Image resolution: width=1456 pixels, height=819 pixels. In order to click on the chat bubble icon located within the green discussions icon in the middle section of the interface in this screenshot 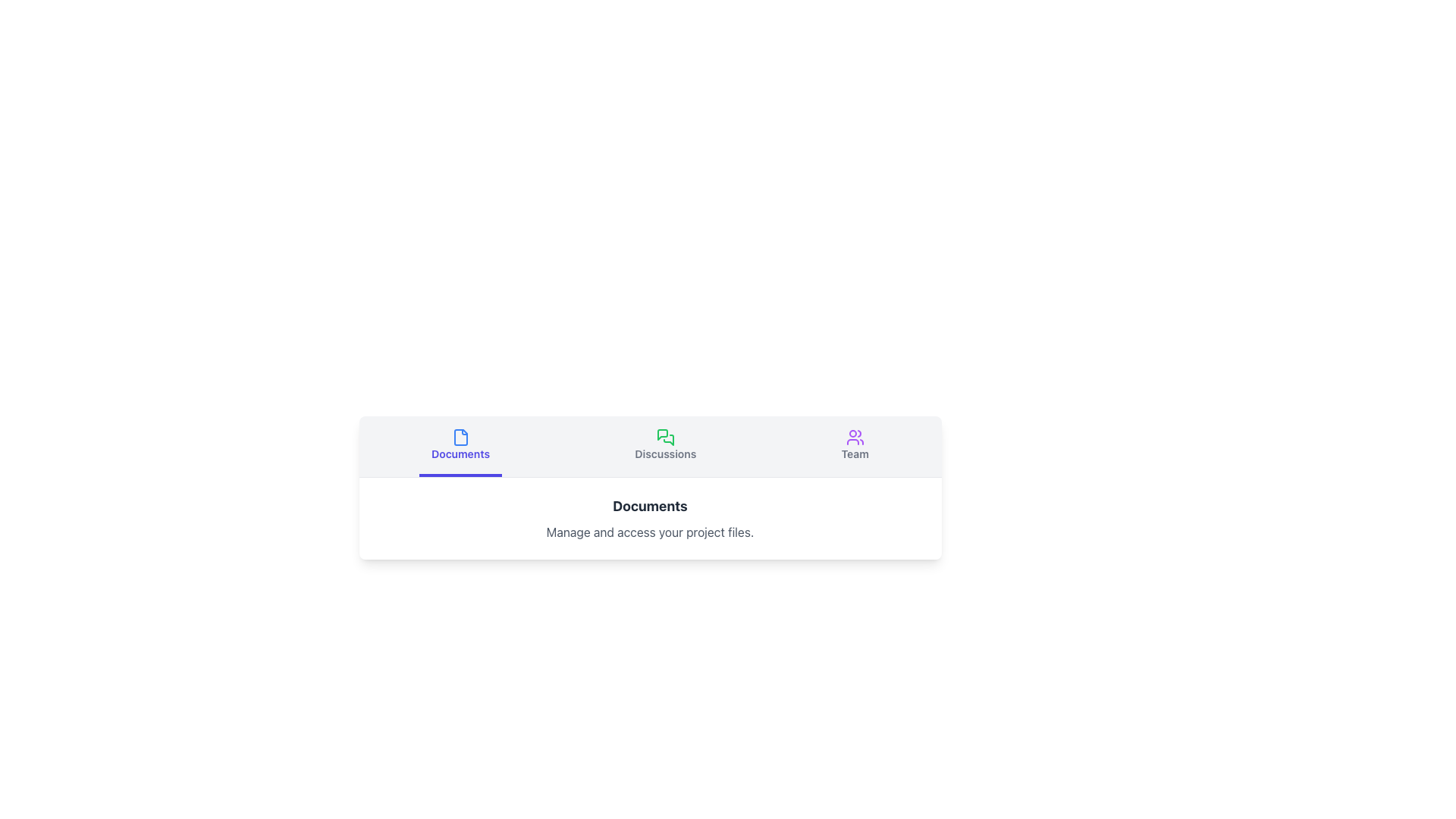, I will do `click(662, 435)`.